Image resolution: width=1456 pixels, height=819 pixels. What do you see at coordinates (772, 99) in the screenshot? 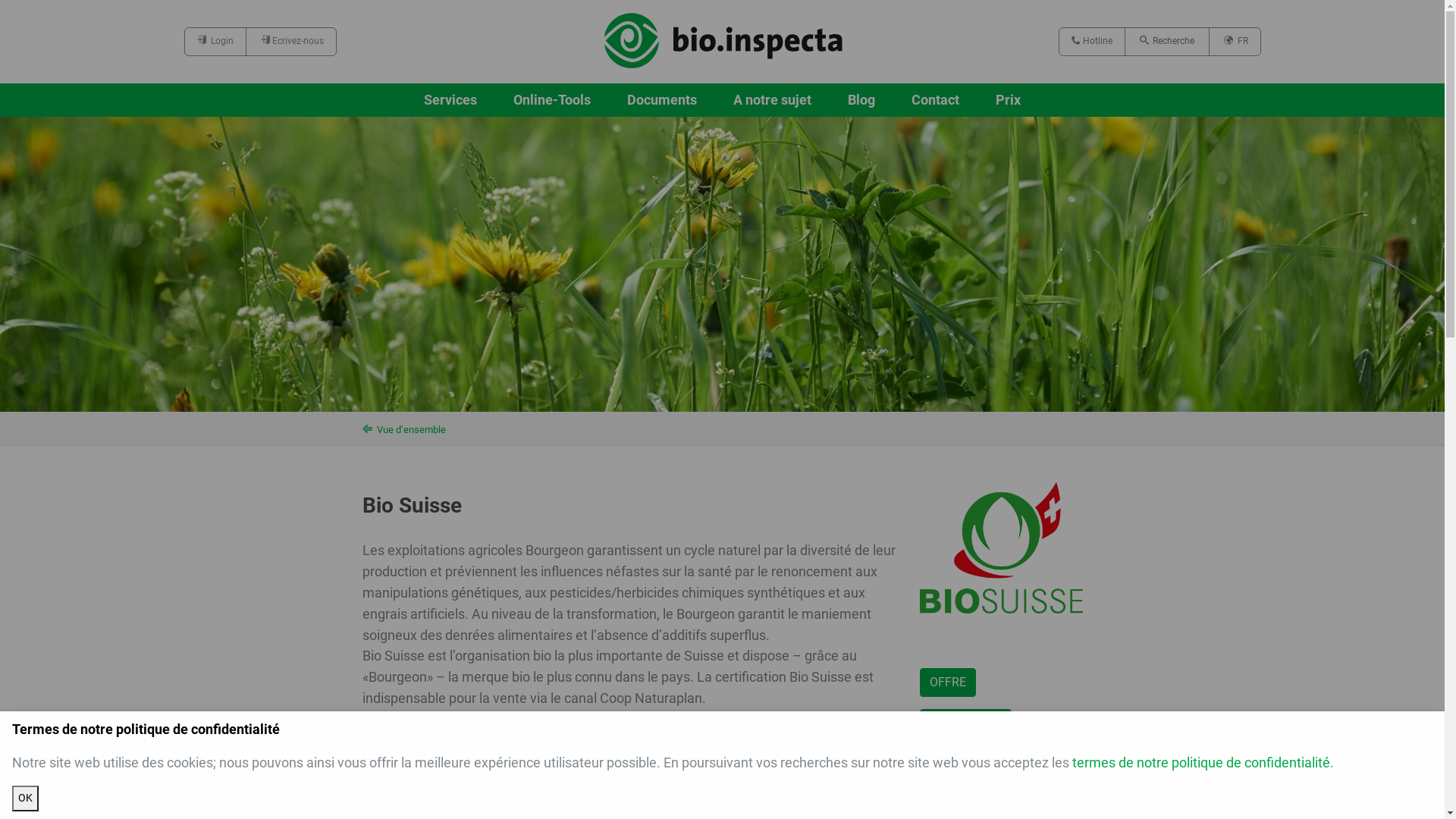
I see `'A notre sujet'` at bounding box center [772, 99].